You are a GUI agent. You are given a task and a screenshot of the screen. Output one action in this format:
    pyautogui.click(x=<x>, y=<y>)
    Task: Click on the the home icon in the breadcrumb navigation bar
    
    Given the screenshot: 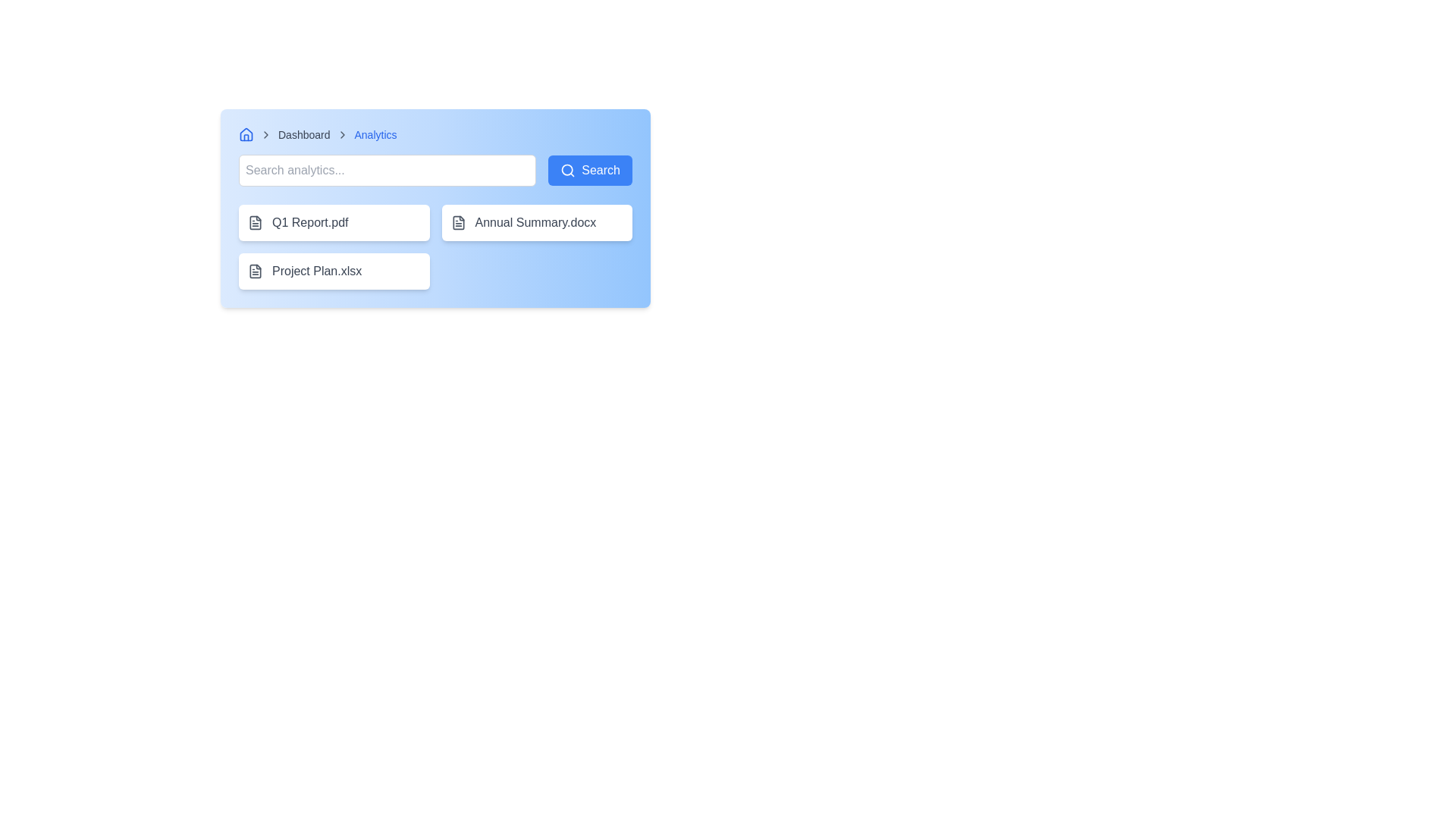 What is the action you would take?
    pyautogui.click(x=246, y=133)
    